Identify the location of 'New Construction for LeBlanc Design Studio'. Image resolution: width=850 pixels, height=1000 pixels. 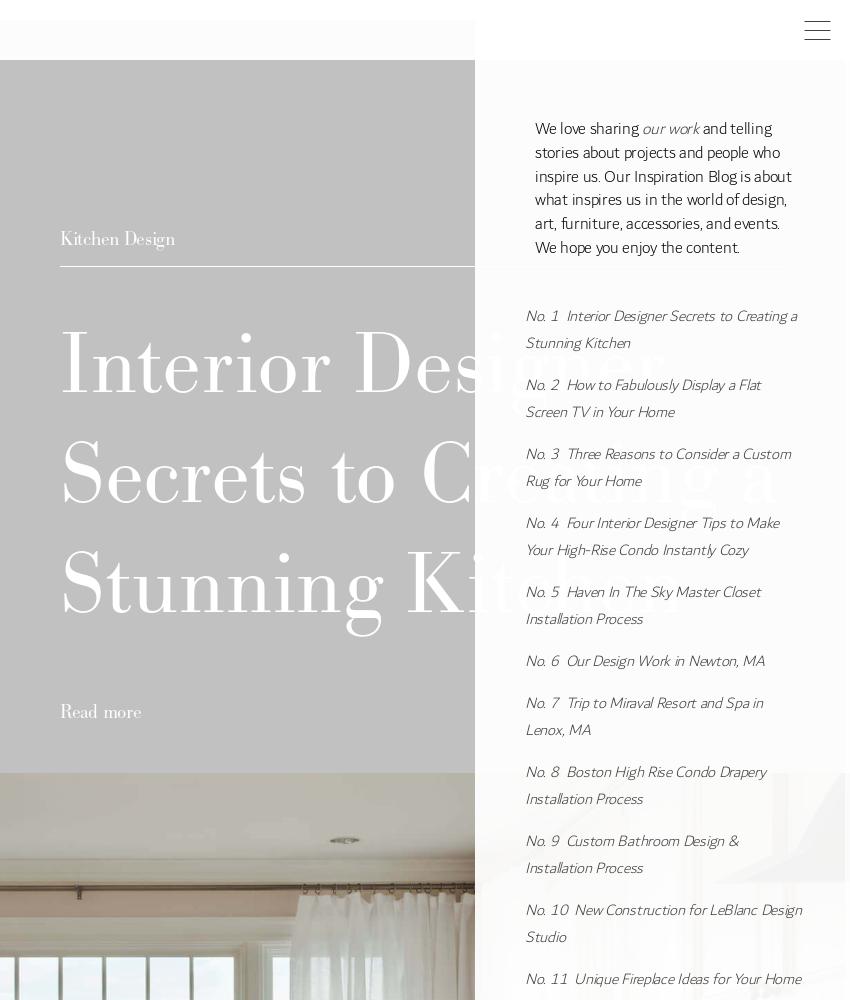
(663, 923).